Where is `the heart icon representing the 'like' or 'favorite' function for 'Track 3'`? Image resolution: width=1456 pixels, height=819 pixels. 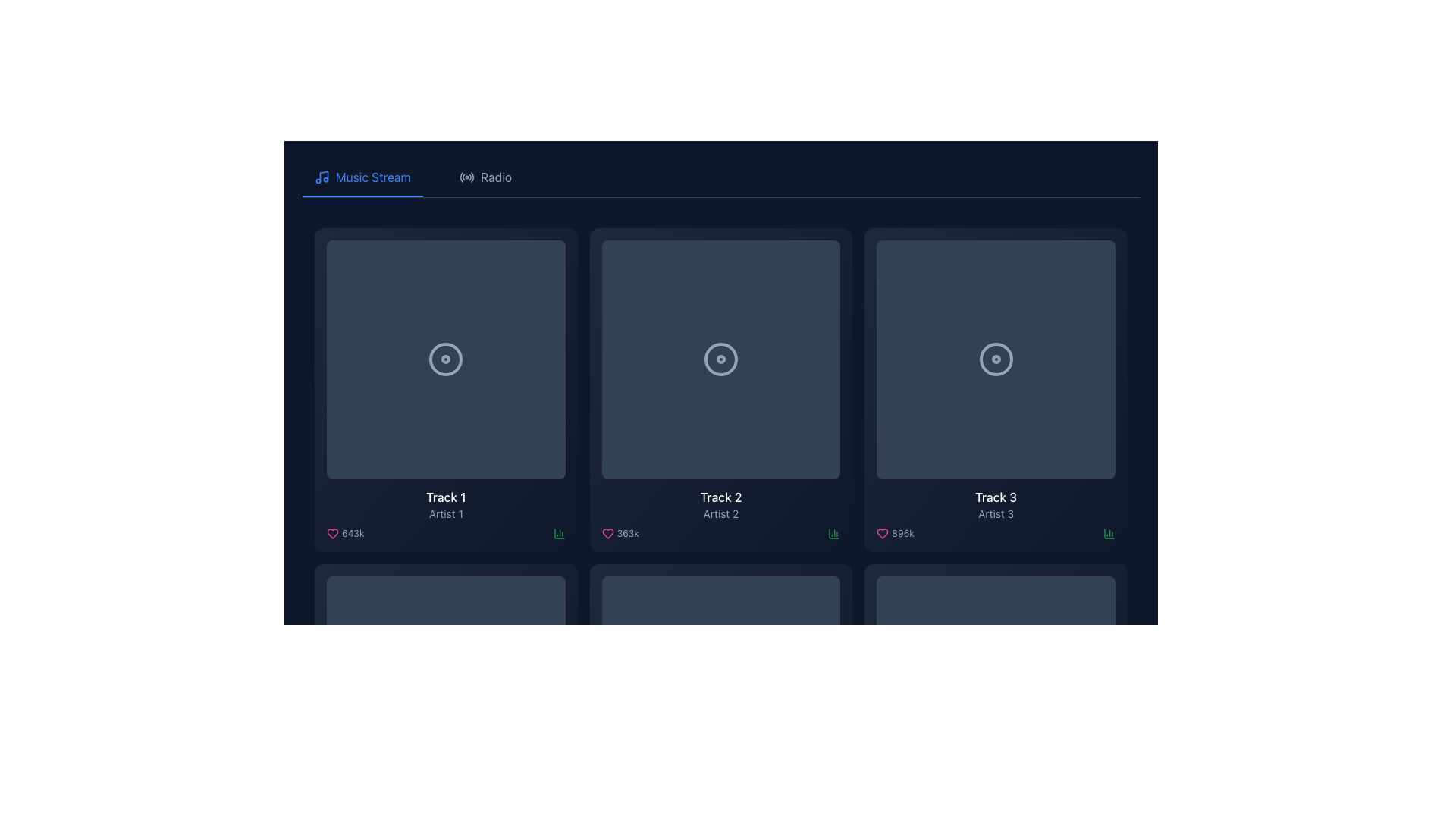
the heart icon representing the 'like' or 'favorite' function for 'Track 3' is located at coordinates (883, 532).